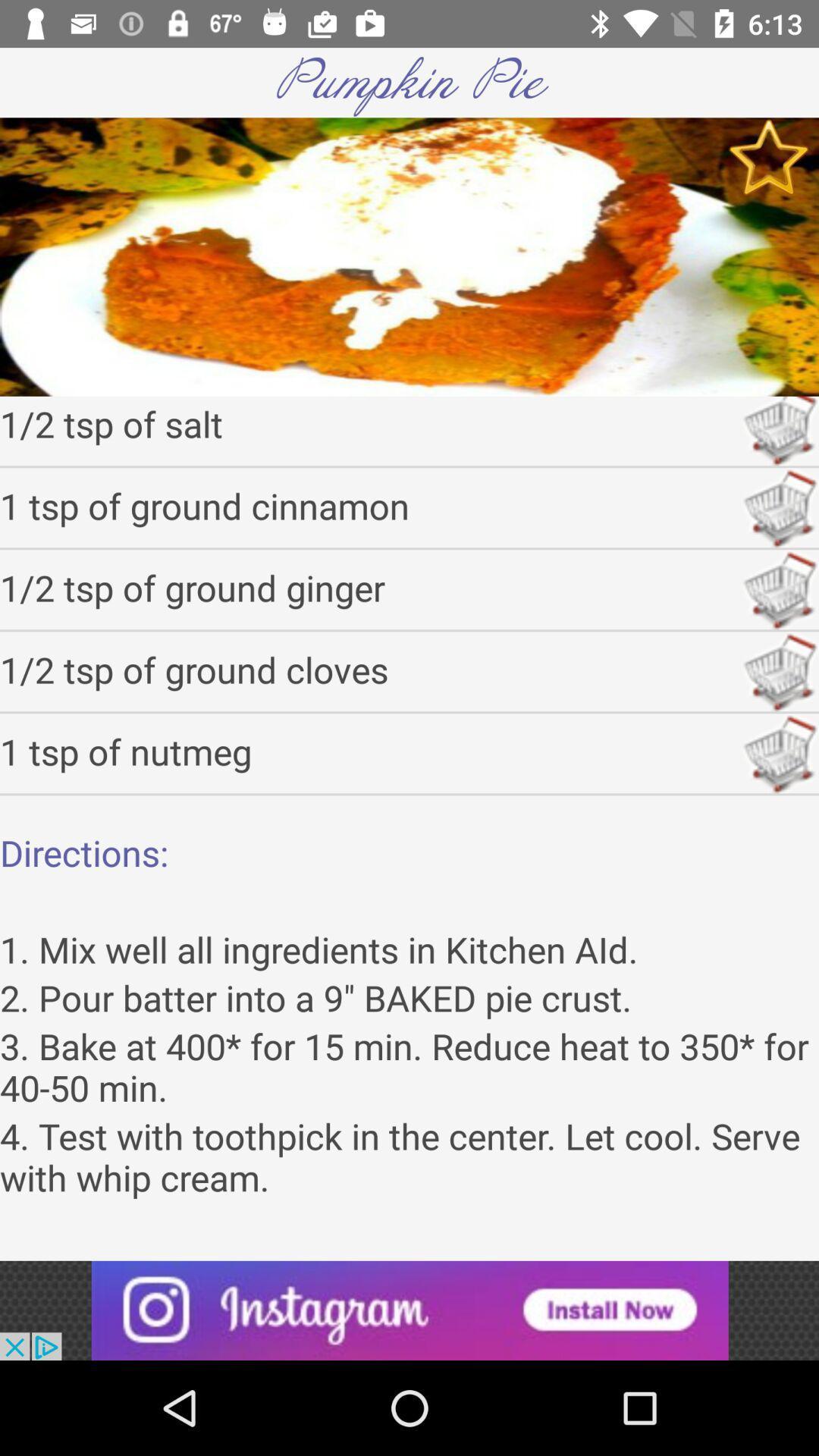  Describe the element at coordinates (769, 157) in the screenshot. I see `the star icon` at that location.